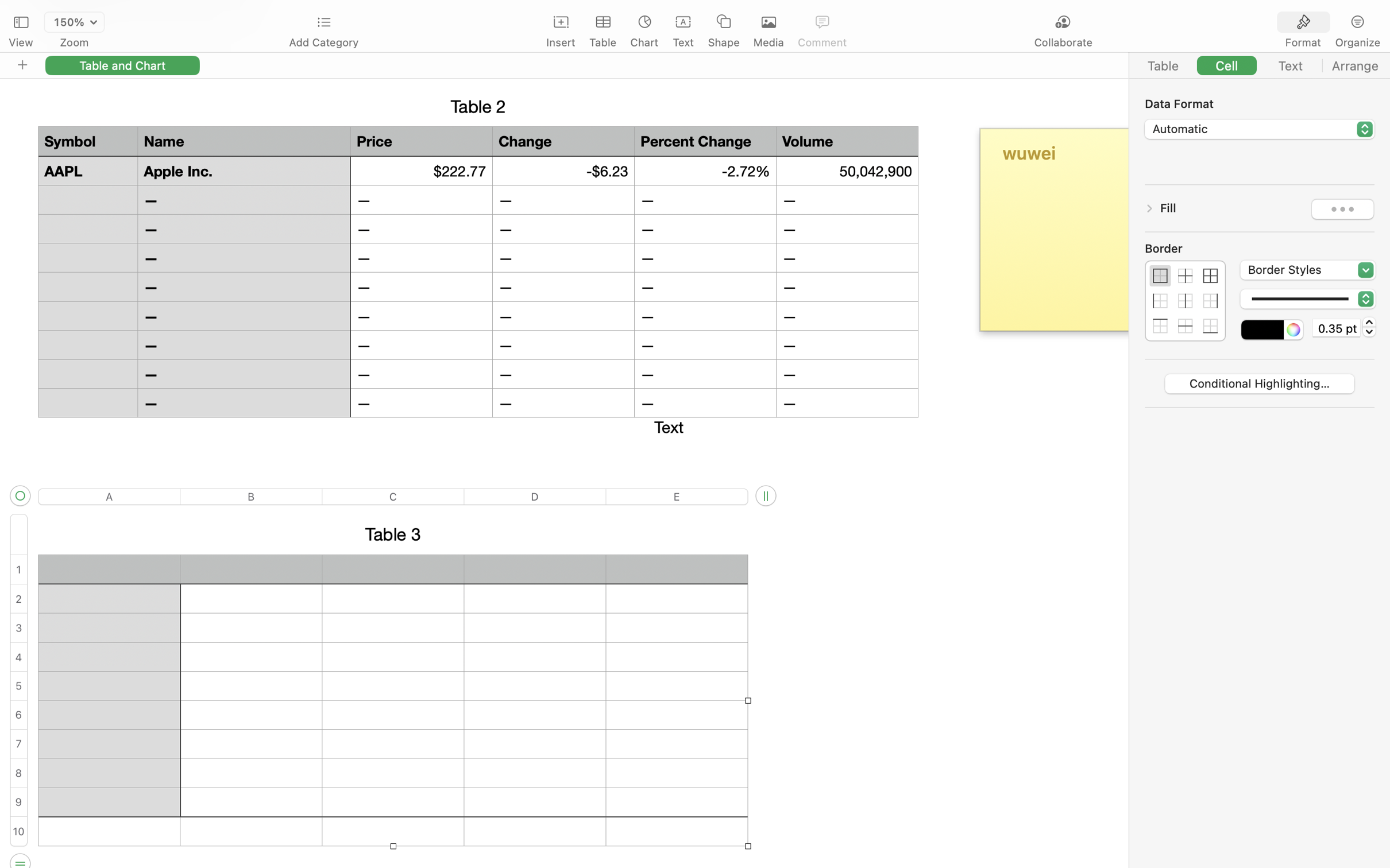 This screenshot has width=1390, height=868. What do you see at coordinates (1357, 42) in the screenshot?
I see `'Organize'` at bounding box center [1357, 42].